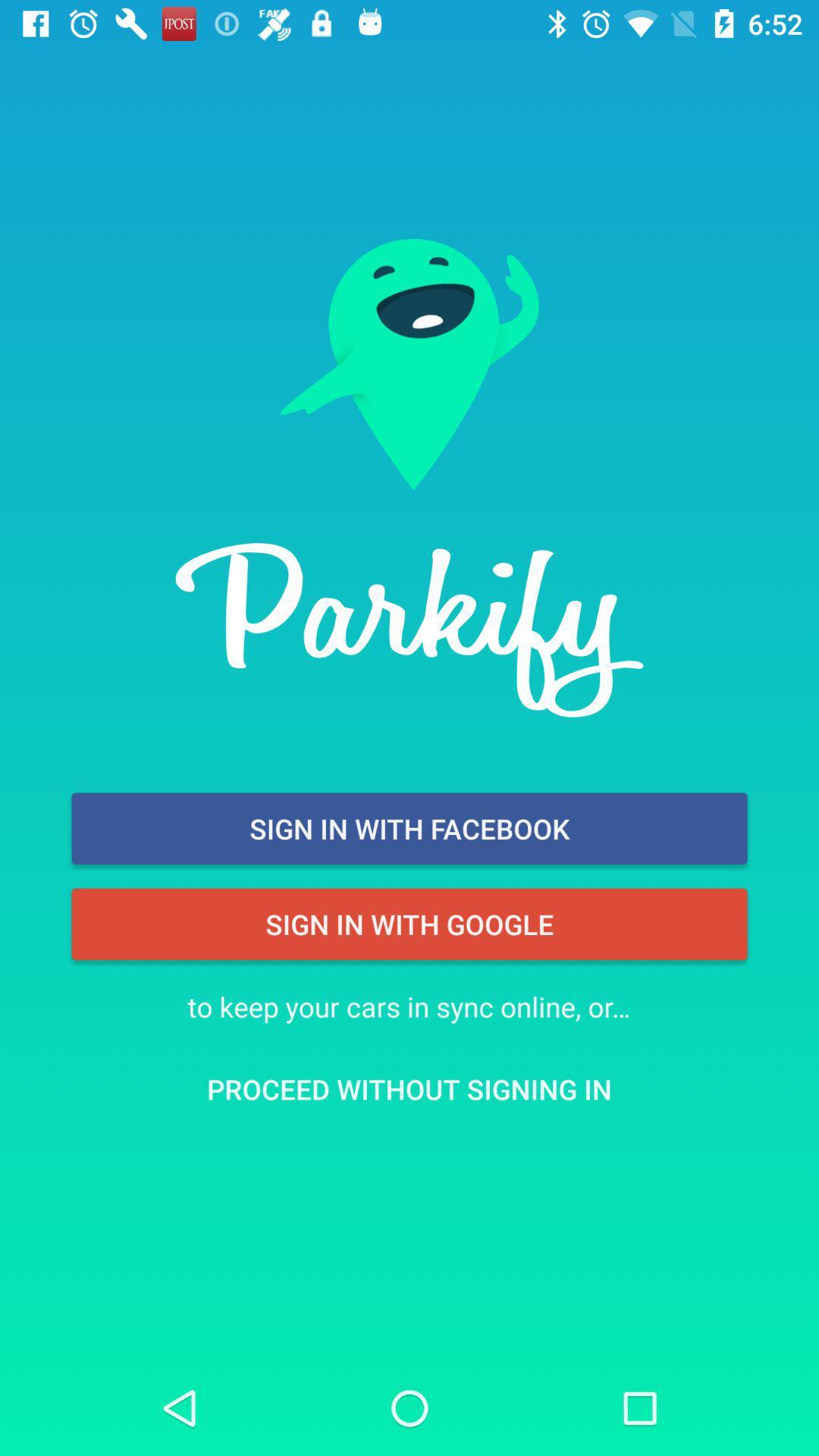 The height and width of the screenshot is (1456, 819). I want to click on the proceed without signing item, so click(409, 1088).